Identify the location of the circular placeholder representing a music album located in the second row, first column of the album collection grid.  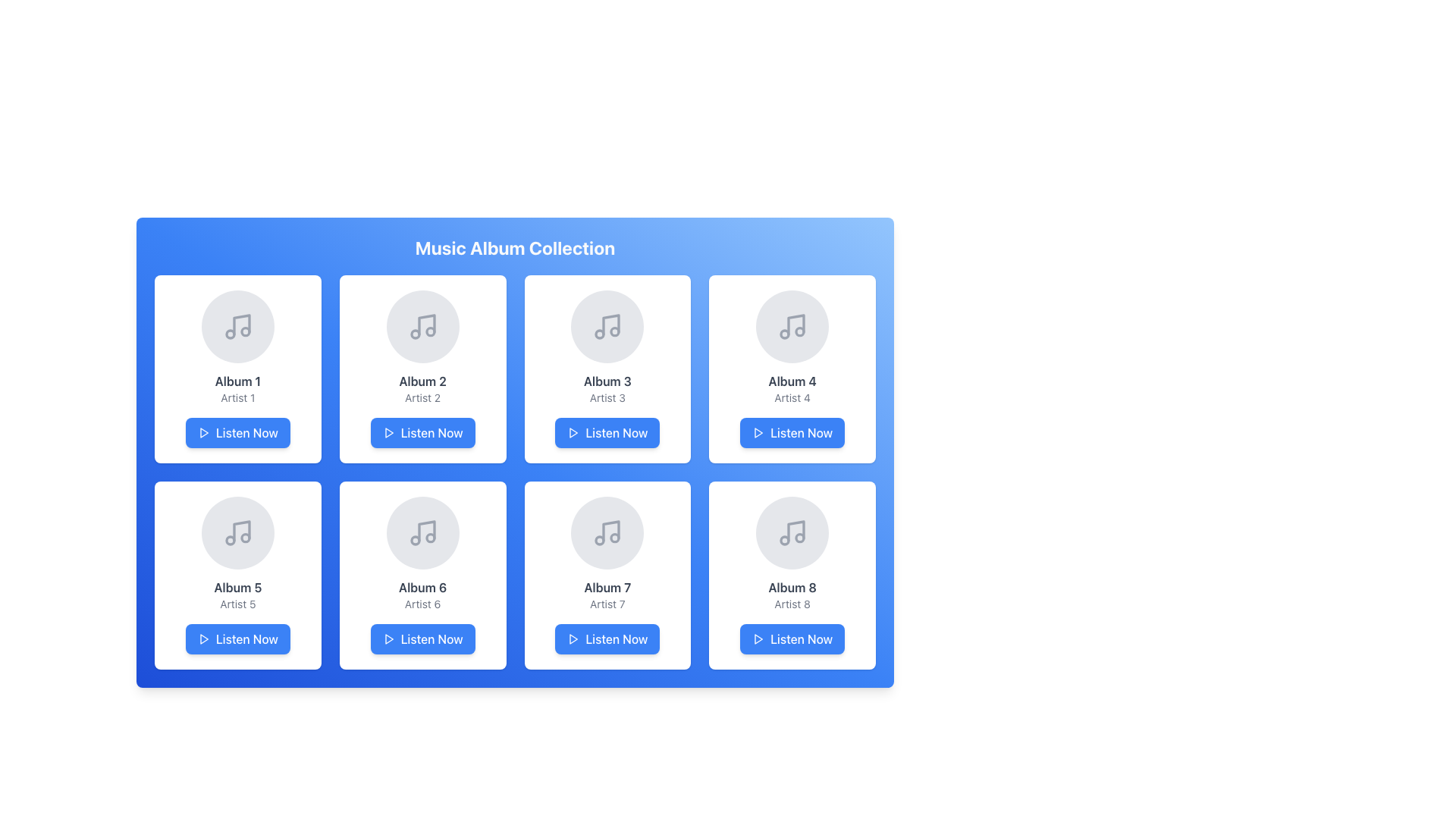
(237, 532).